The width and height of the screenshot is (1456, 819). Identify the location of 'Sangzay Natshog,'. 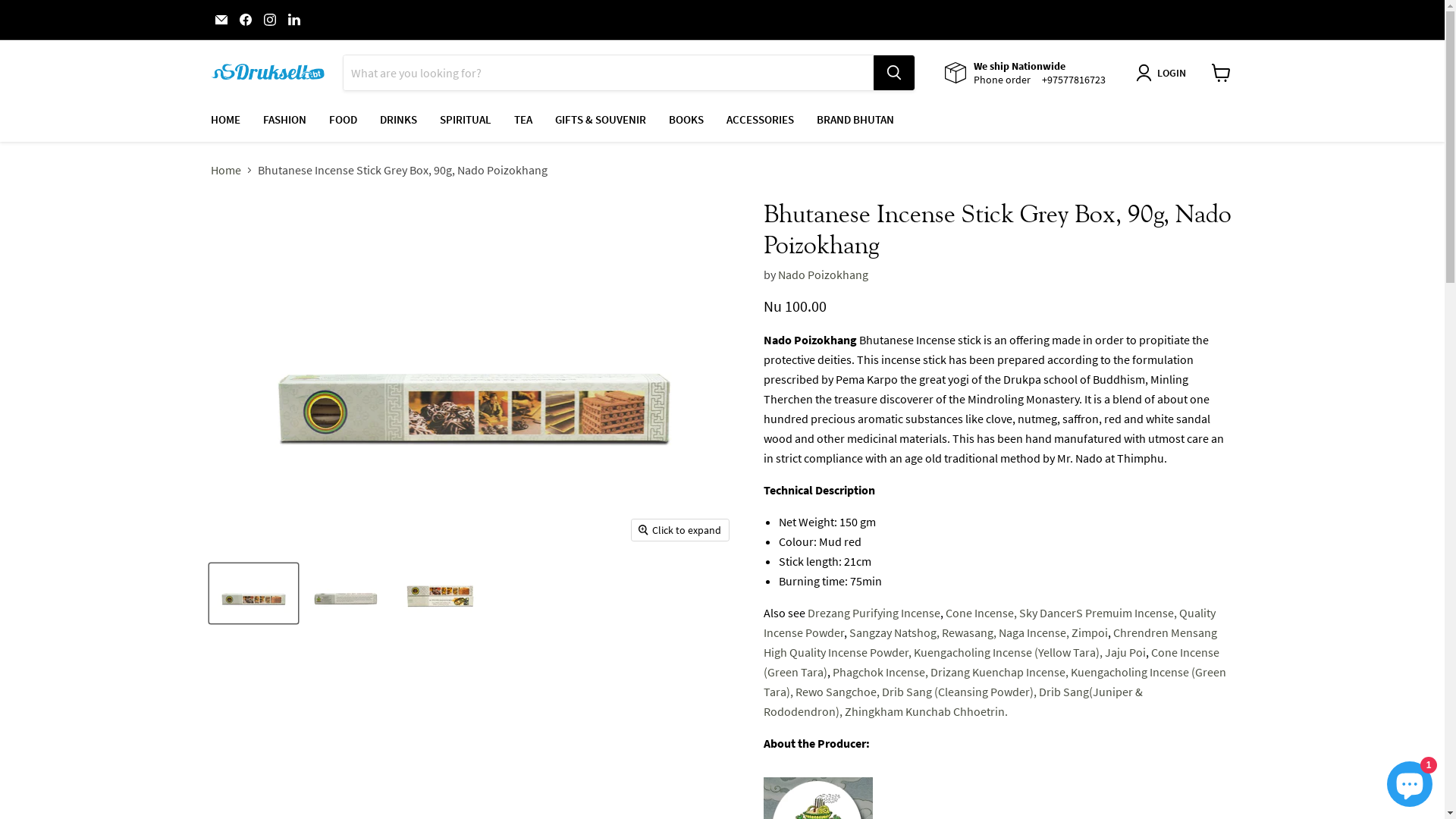
(894, 632).